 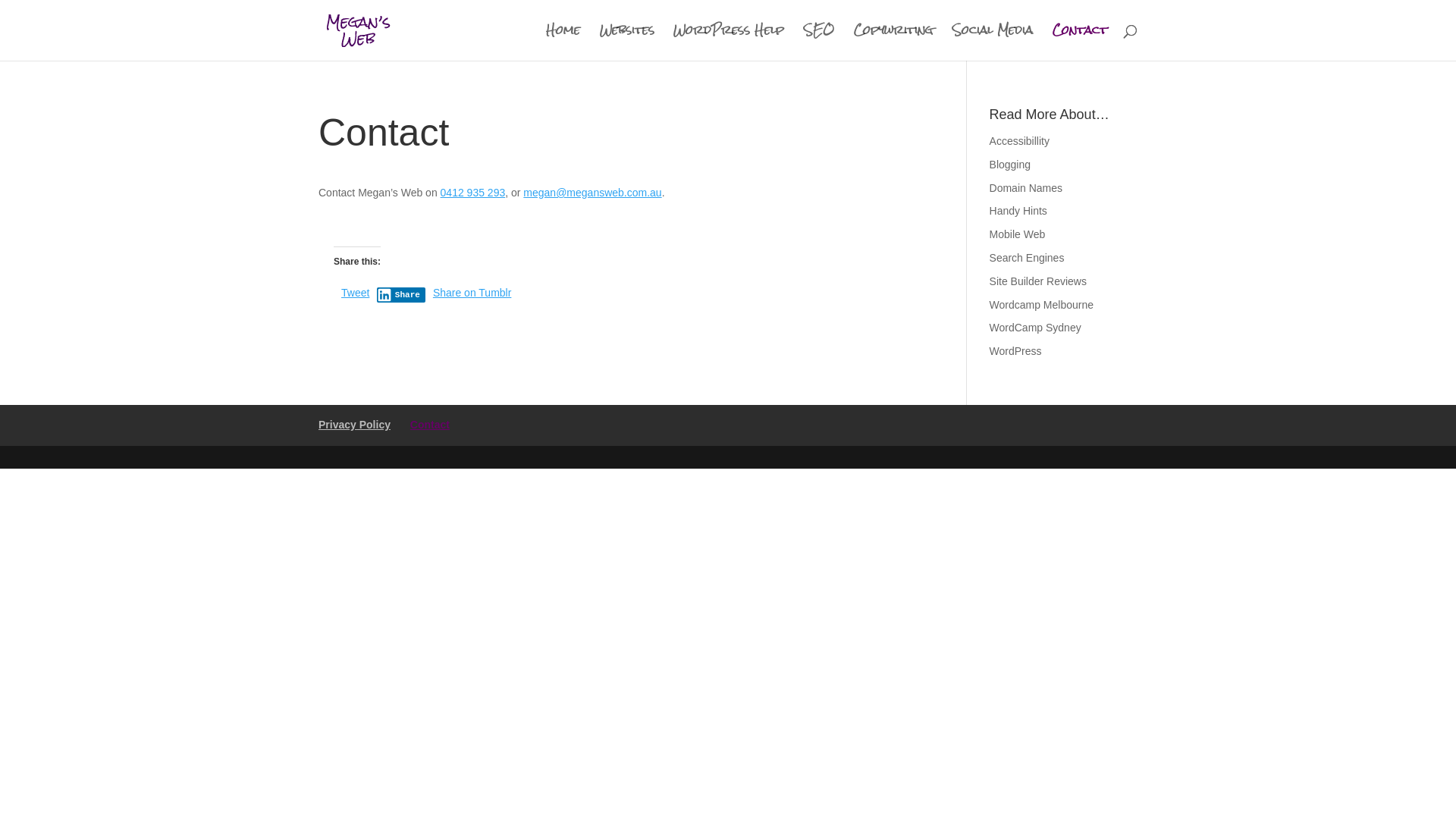 What do you see at coordinates (1027, 256) in the screenshot?
I see `'Search Engines'` at bounding box center [1027, 256].